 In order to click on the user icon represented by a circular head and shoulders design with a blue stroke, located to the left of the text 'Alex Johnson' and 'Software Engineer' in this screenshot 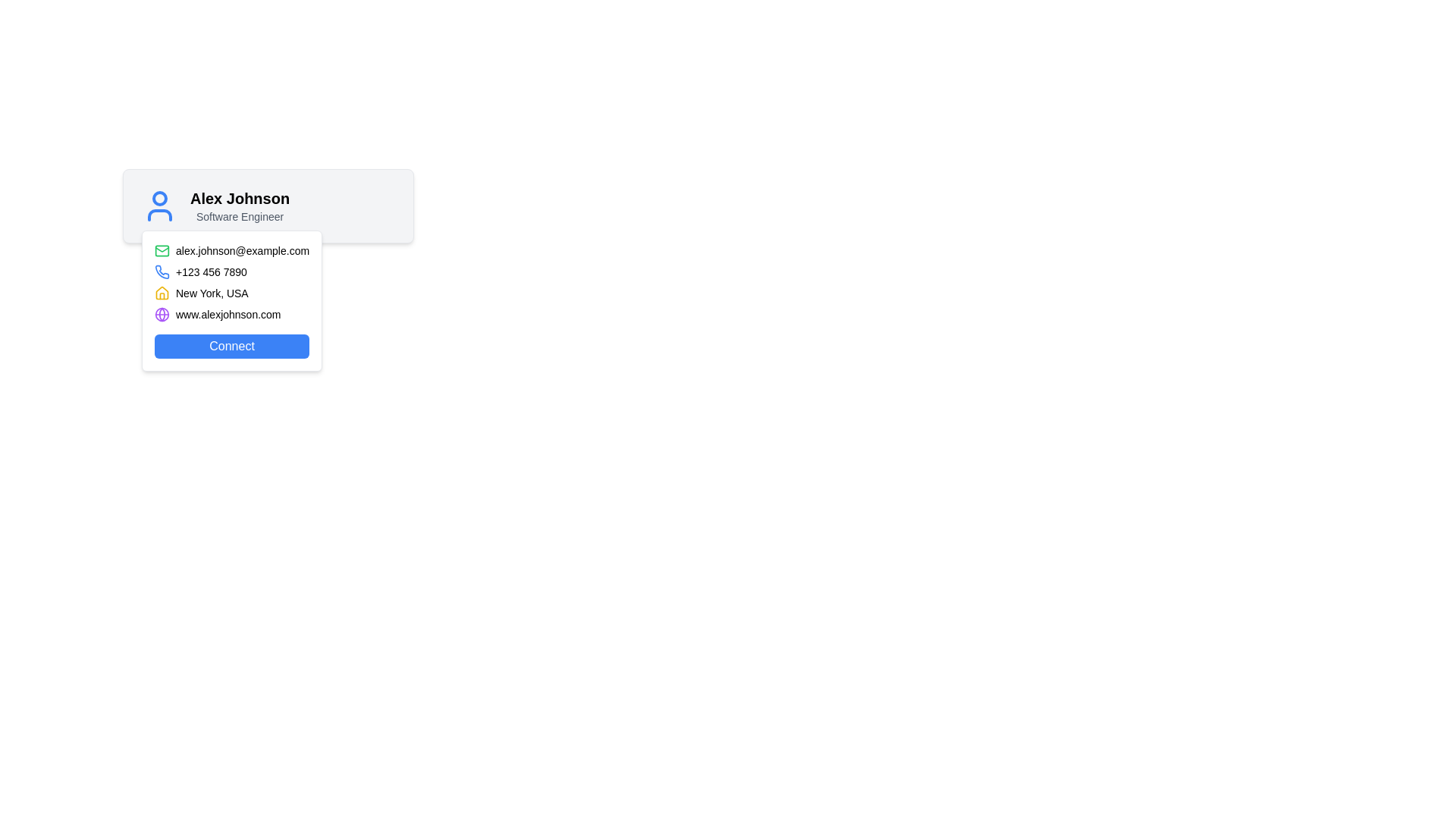, I will do `click(160, 206)`.